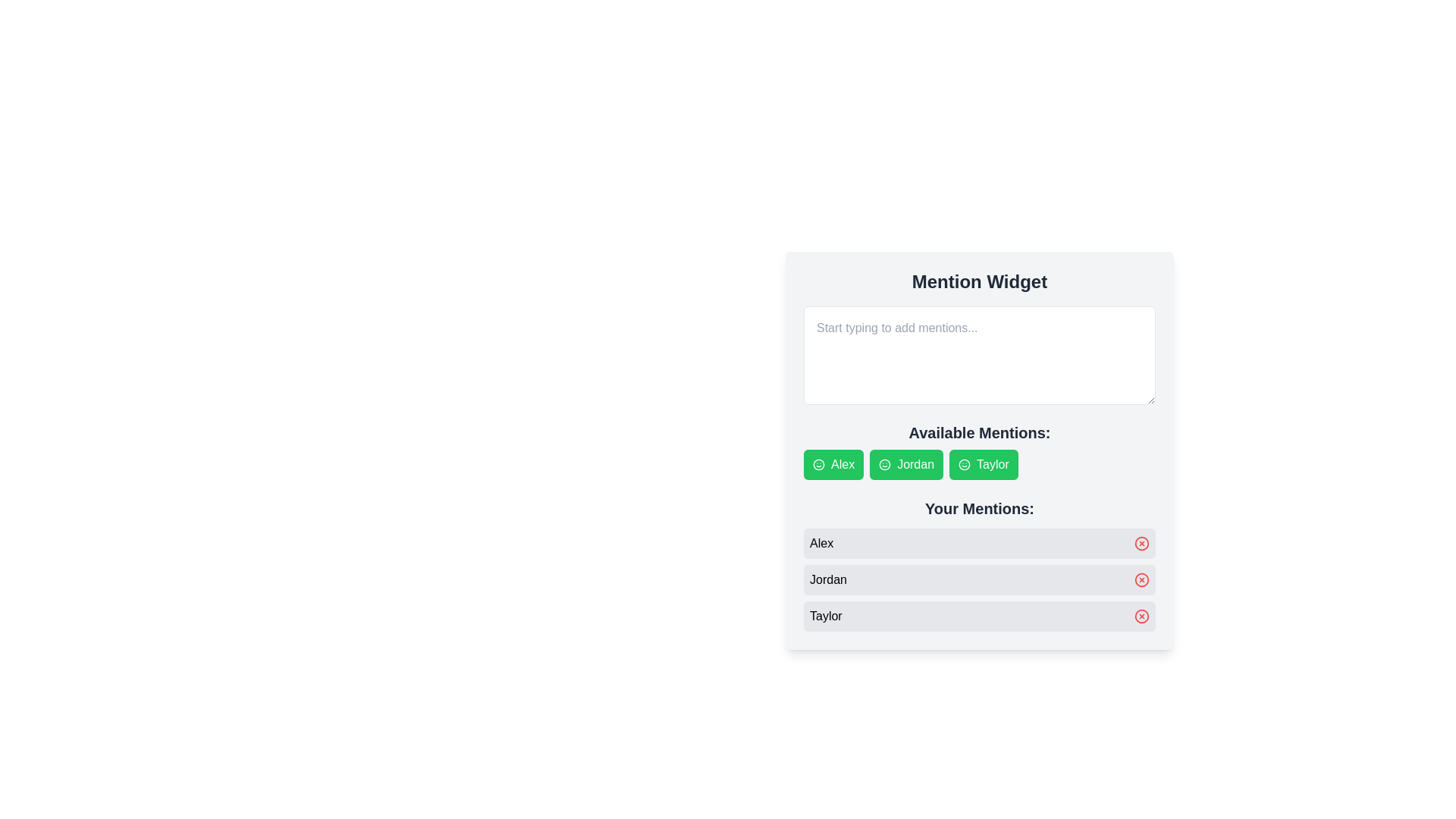 The width and height of the screenshot is (1456, 819). I want to click on the red circular button with an 'X' symbol, so click(1142, 579).